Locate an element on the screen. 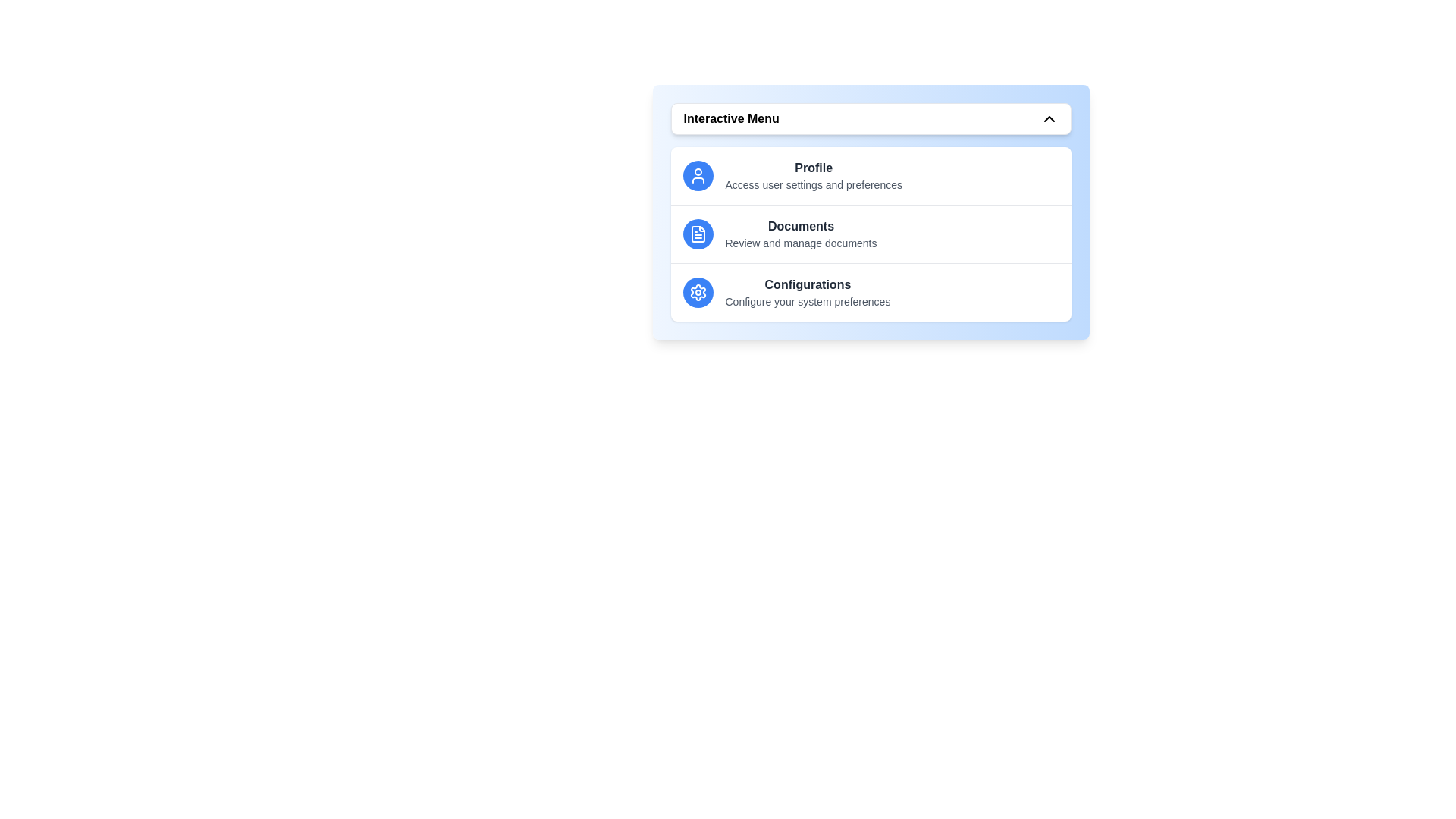 Image resolution: width=1456 pixels, height=819 pixels. the menu button to toggle the menu open/close state is located at coordinates (871, 118).